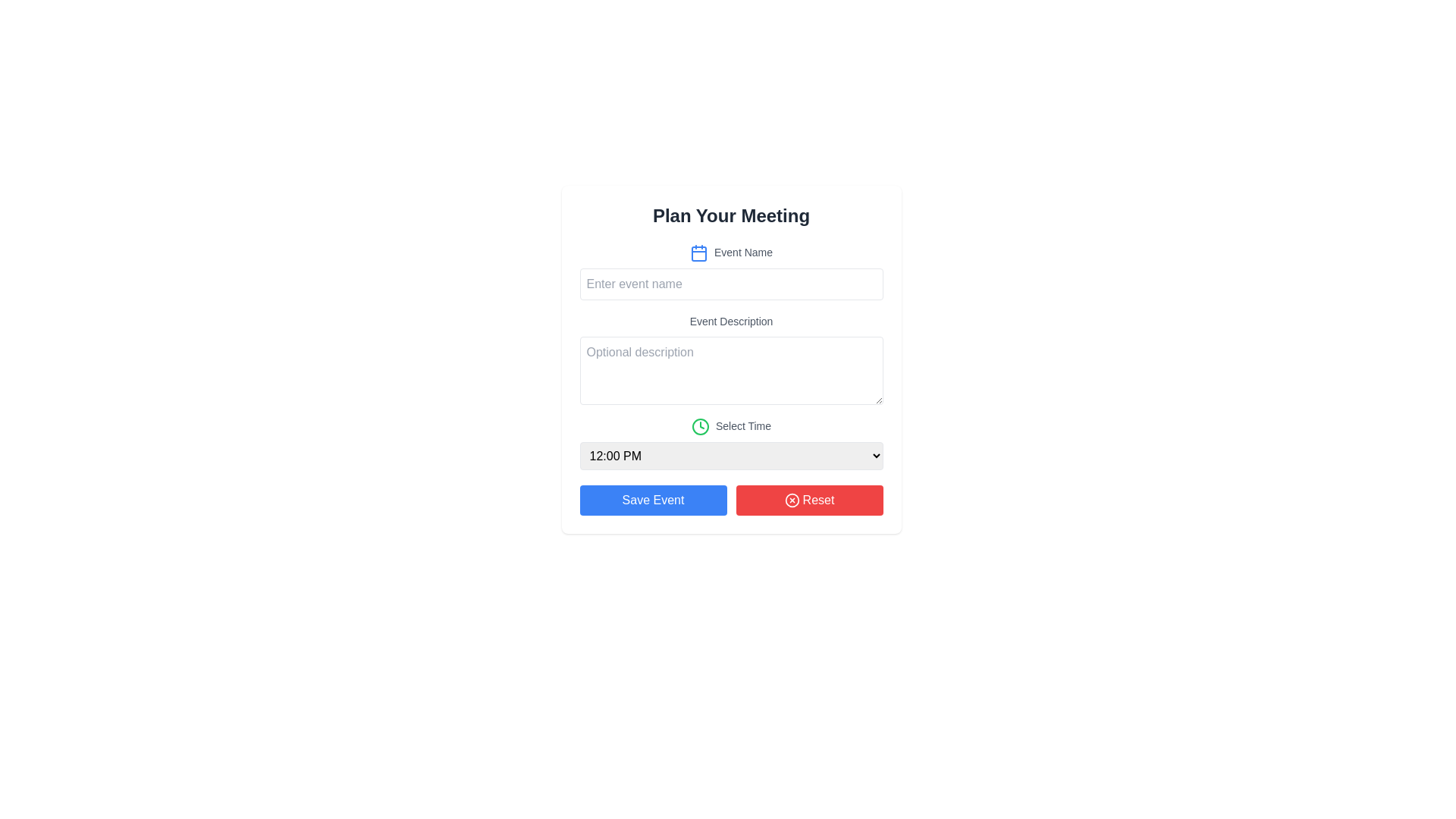  Describe the element at coordinates (698, 253) in the screenshot. I see `the inner rectangular icon within the blue calendar icon, located just before the 'Event Name' input field` at that location.